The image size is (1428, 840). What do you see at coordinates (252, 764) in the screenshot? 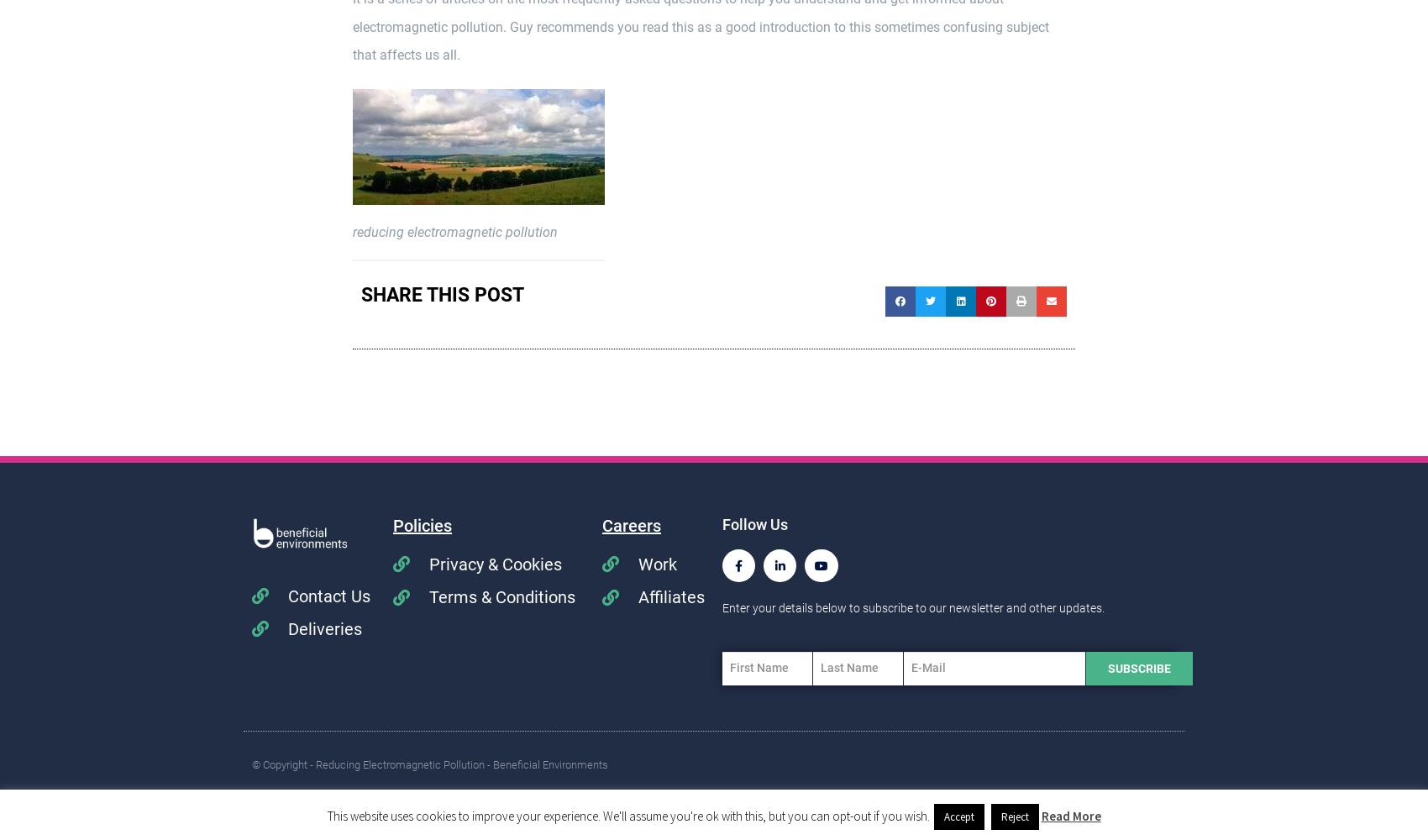
I see `'© Copyright - Reducing Electromagnetic Pollution - Beneficial Environments'` at bounding box center [252, 764].